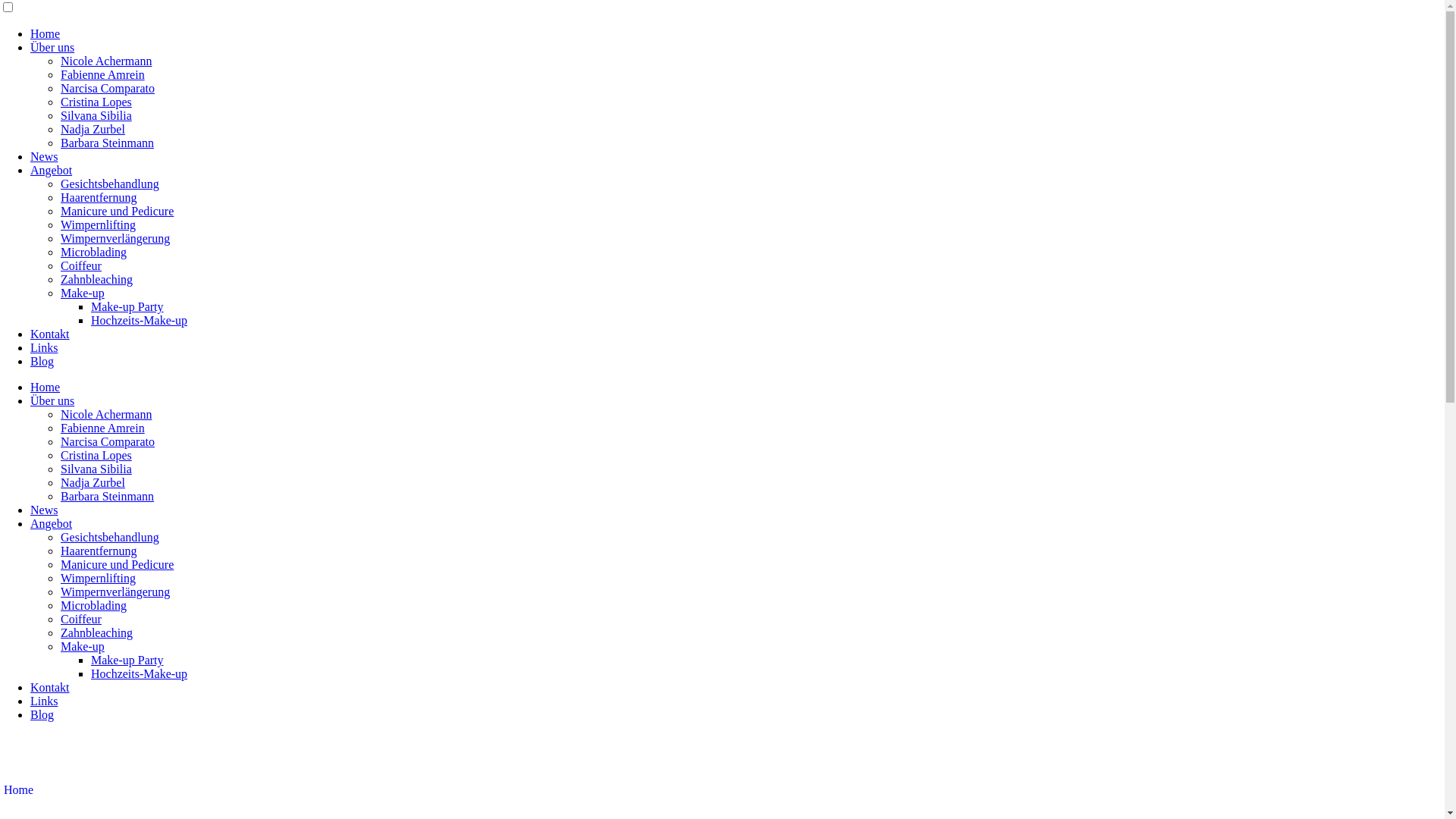  What do you see at coordinates (97, 578) in the screenshot?
I see `'Wimpernlifting'` at bounding box center [97, 578].